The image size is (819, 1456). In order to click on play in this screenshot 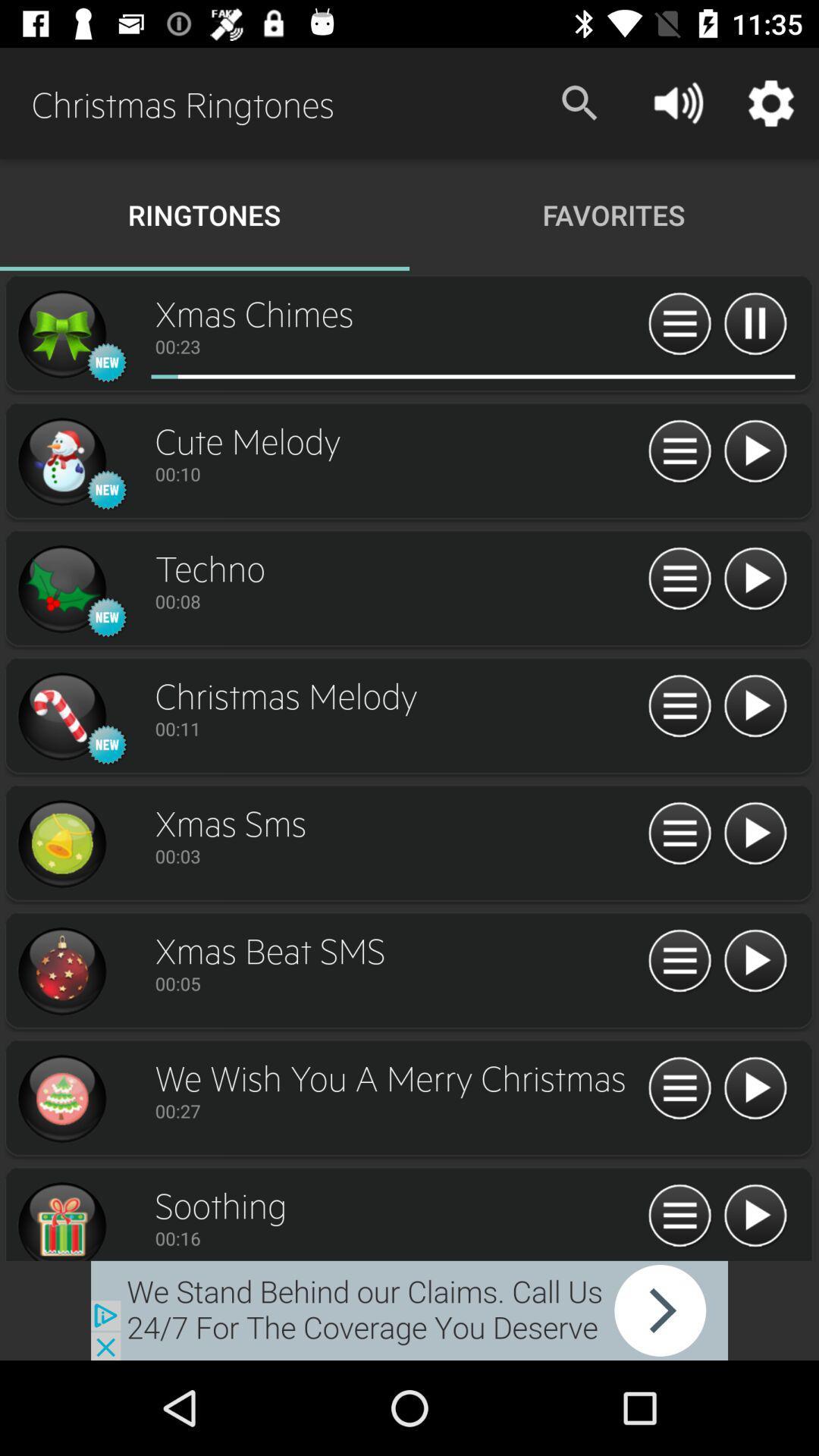, I will do `click(755, 1088)`.